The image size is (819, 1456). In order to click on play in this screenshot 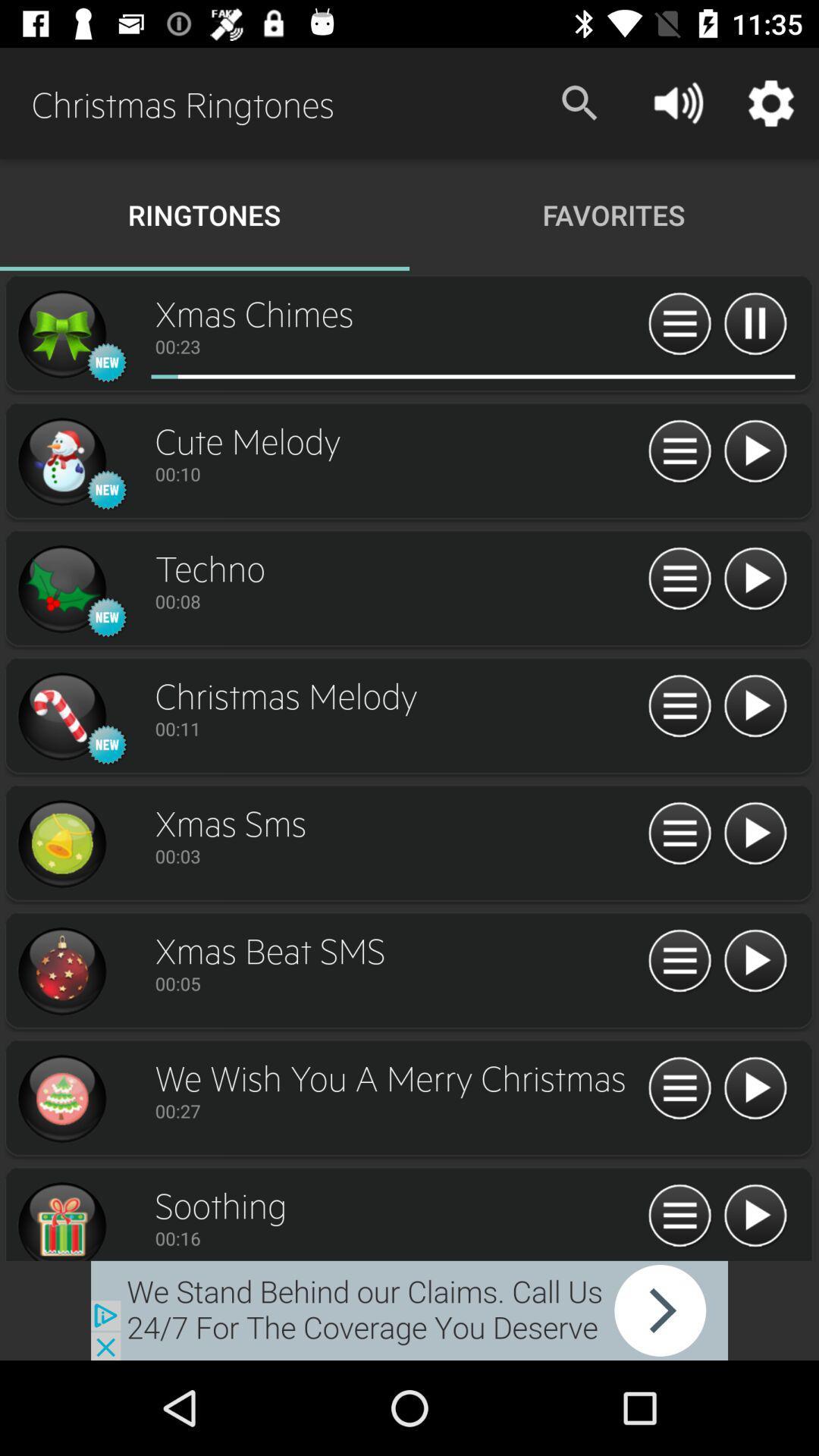, I will do `click(755, 1088)`.